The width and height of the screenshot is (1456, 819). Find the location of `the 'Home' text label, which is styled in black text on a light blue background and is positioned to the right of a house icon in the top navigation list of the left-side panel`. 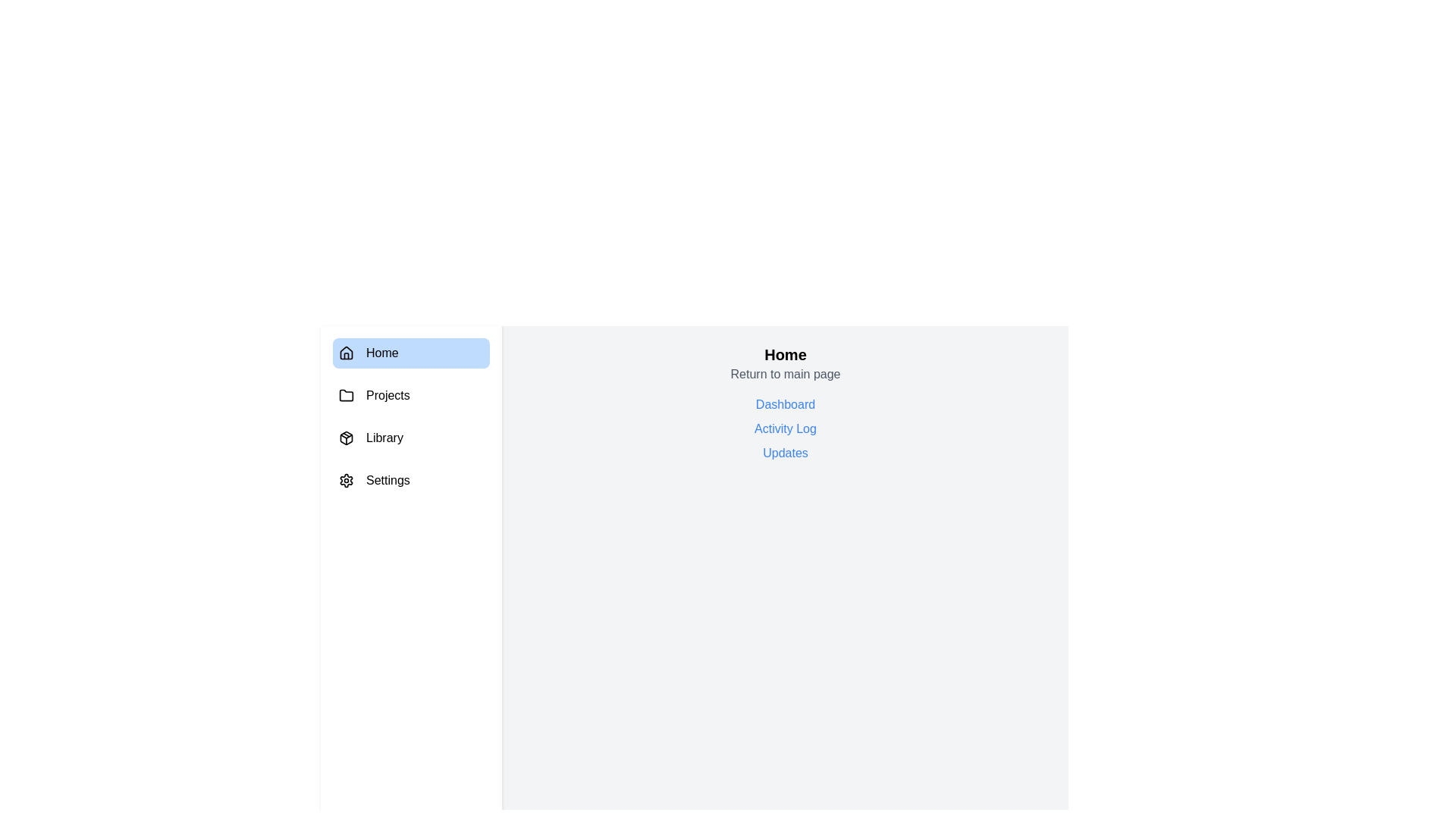

the 'Home' text label, which is styled in black text on a light blue background and is positioned to the right of a house icon in the top navigation list of the left-side panel is located at coordinates (382, 353).